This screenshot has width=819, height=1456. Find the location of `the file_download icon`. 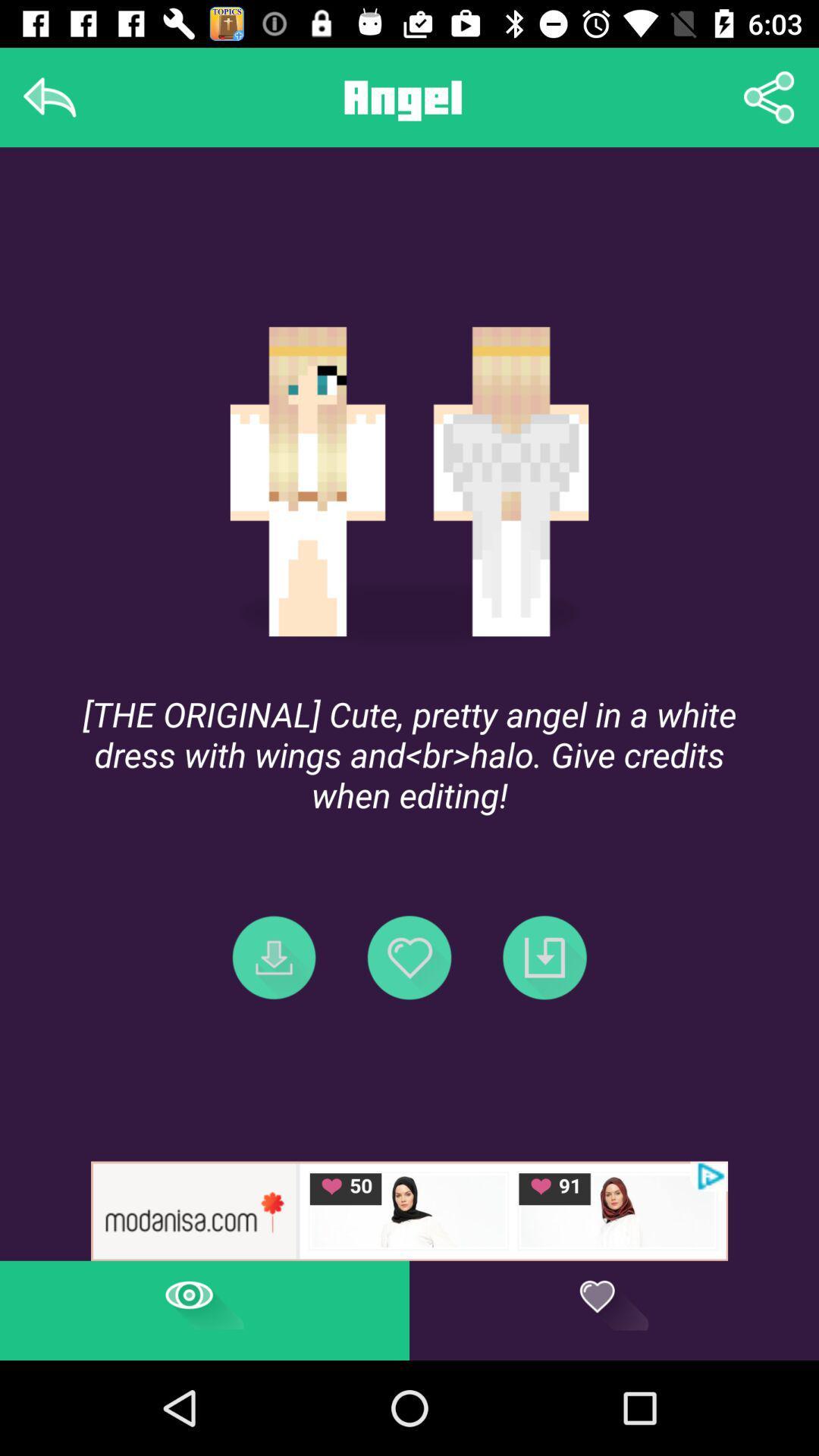

the file_download icon is located at coordinates (544, 956).